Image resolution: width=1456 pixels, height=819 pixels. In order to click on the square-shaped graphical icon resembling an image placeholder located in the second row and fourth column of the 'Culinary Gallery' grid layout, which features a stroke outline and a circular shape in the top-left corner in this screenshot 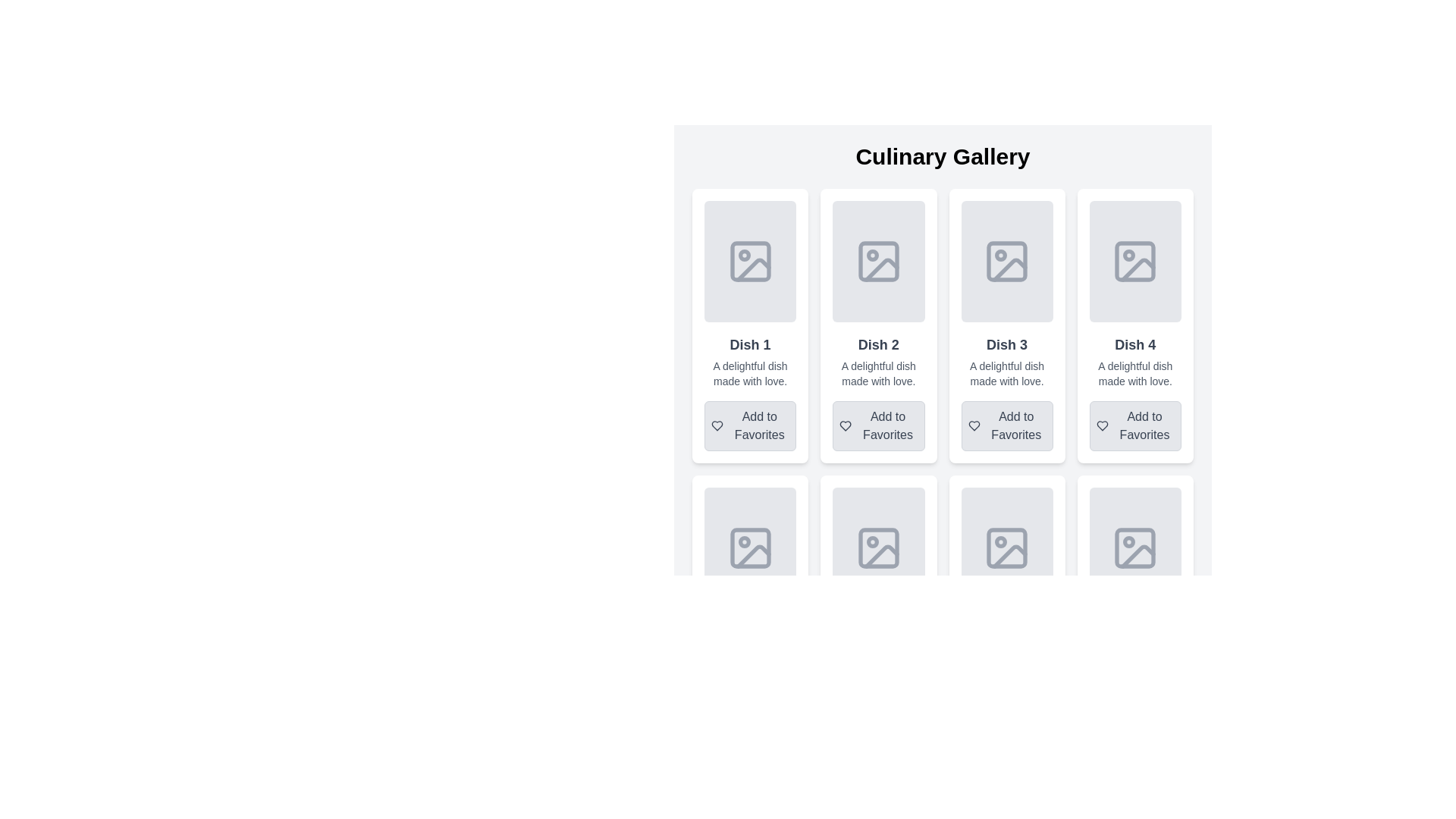, I will do `click(1007, 548)`.